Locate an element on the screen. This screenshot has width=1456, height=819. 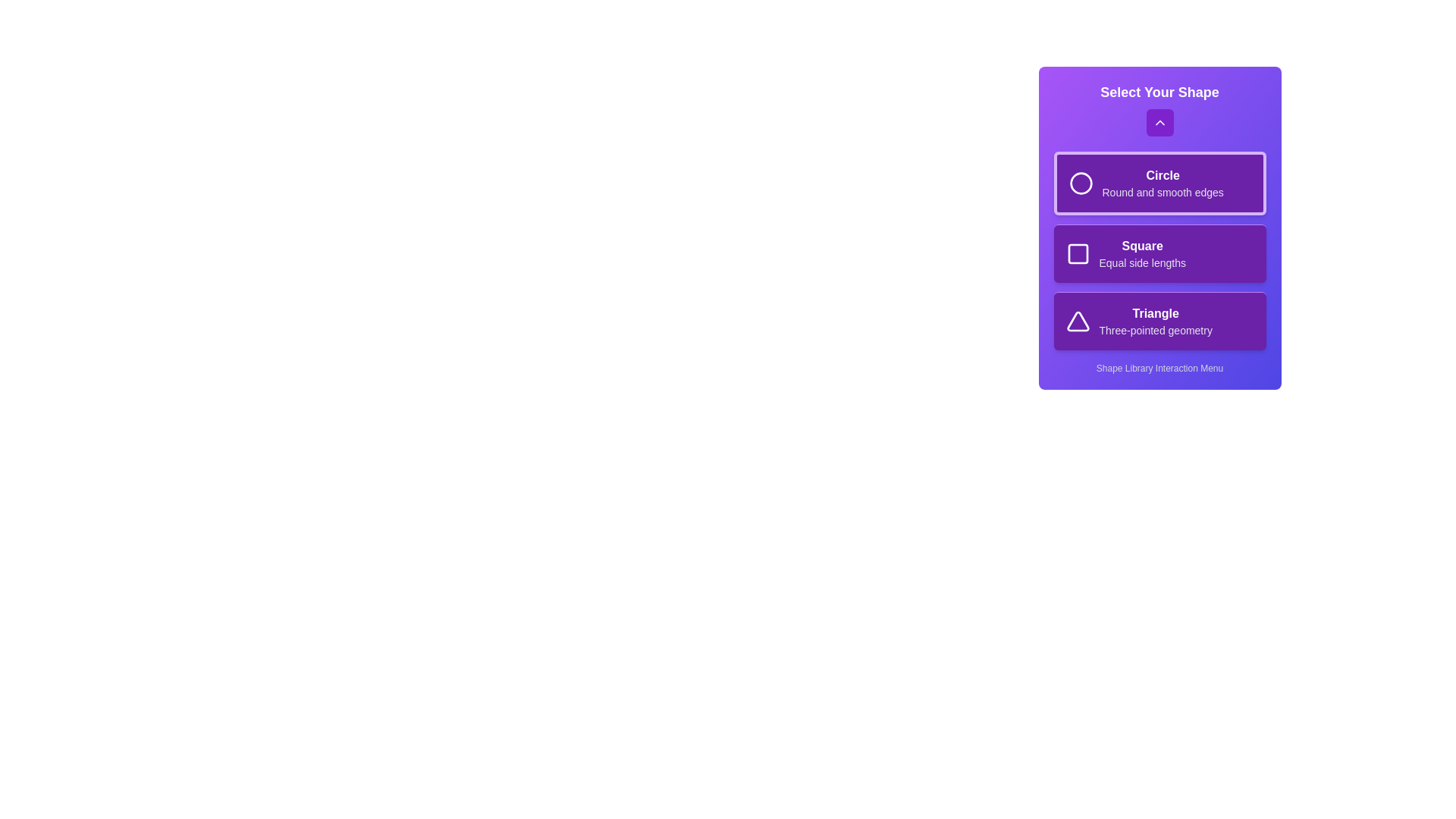
the icon of the shape Triangle is located at coordinates (1077, 321).